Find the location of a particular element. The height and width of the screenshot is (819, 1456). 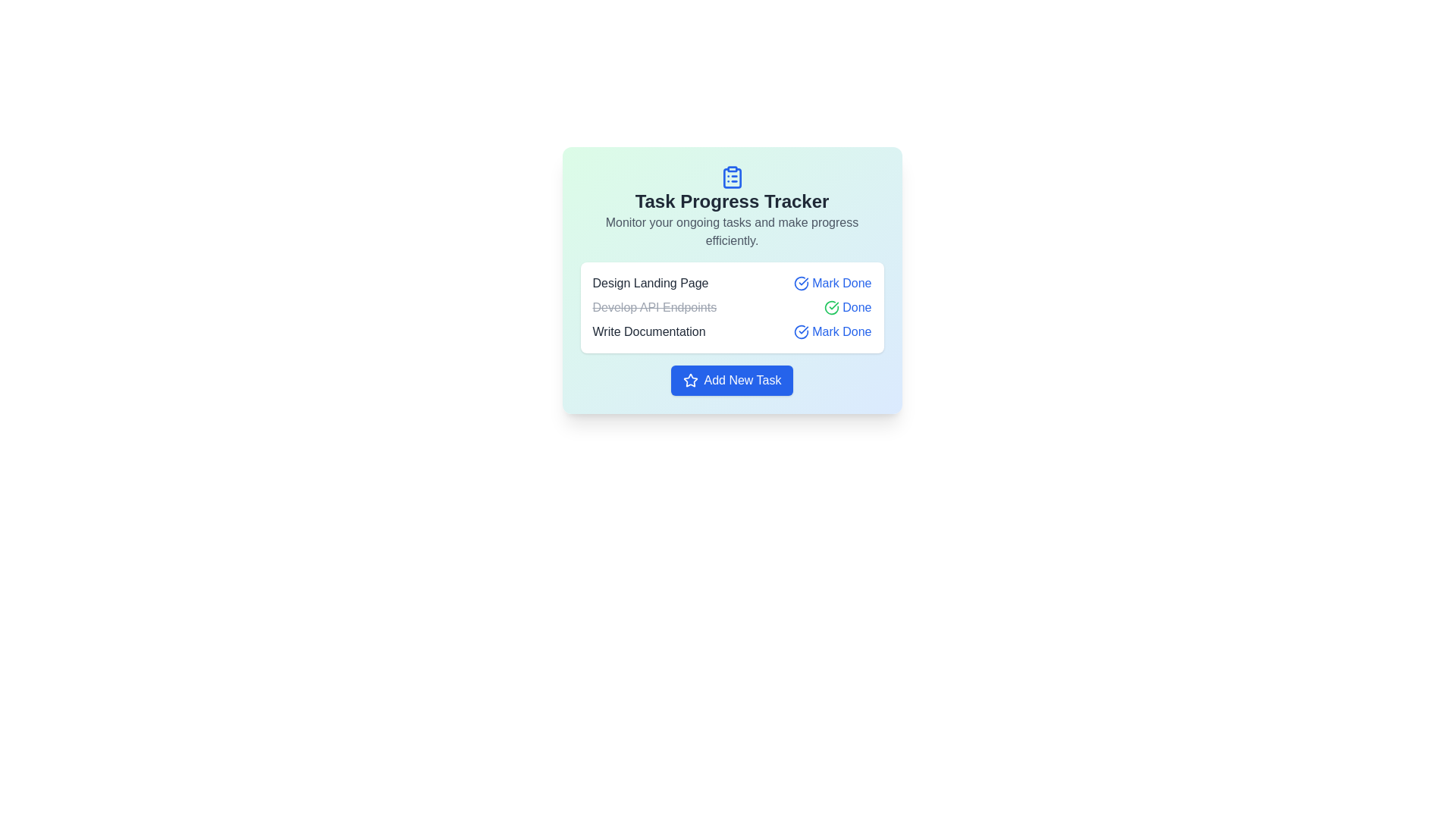

the button with a blue background and white text reading 'Add New Task' is located at coordinates (732, 379).